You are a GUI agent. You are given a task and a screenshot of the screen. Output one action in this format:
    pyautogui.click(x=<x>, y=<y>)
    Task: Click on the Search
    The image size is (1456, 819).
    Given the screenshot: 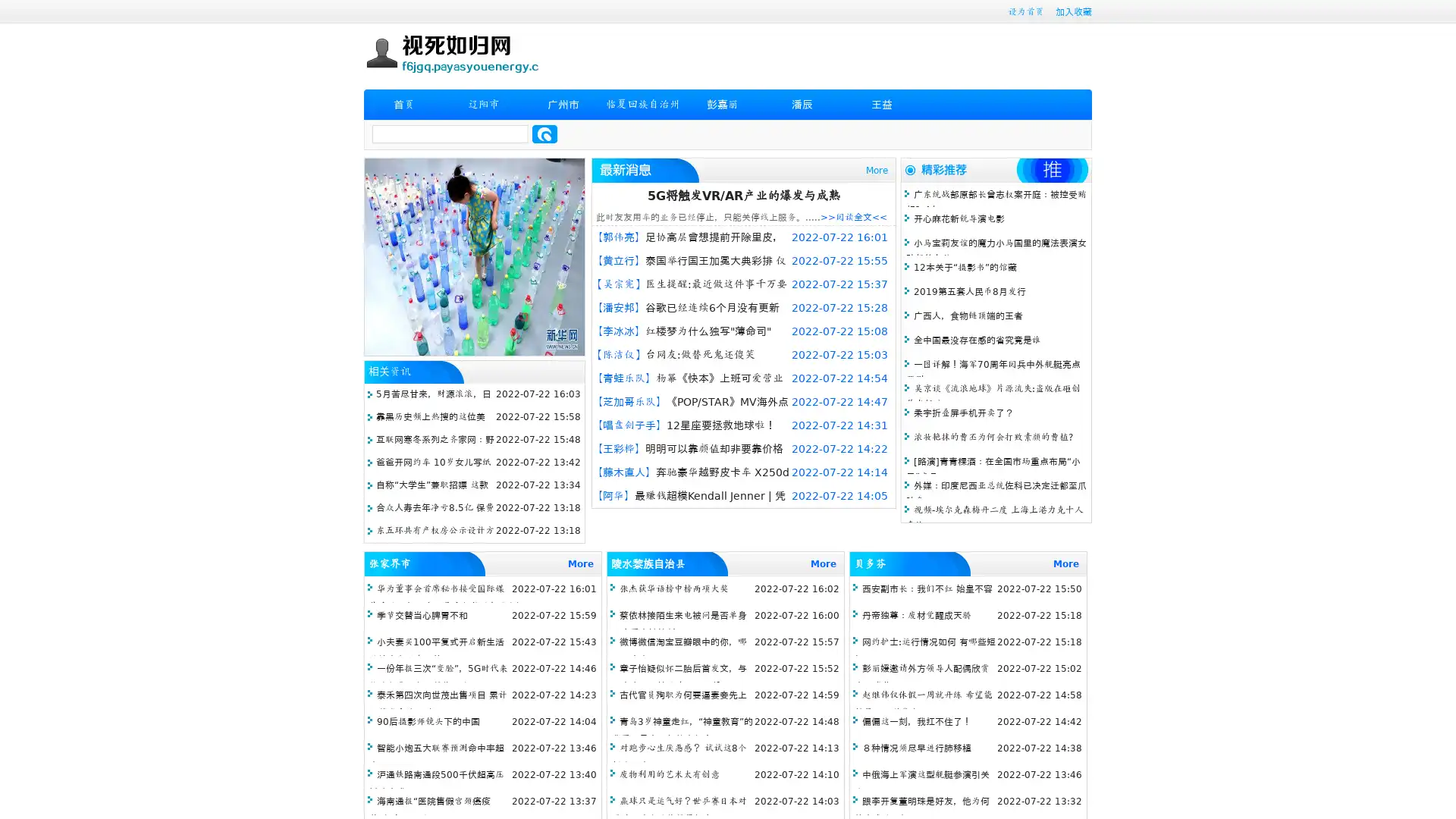 What is the action you would take?
    pyautogui.click(x=544, y=133)
    